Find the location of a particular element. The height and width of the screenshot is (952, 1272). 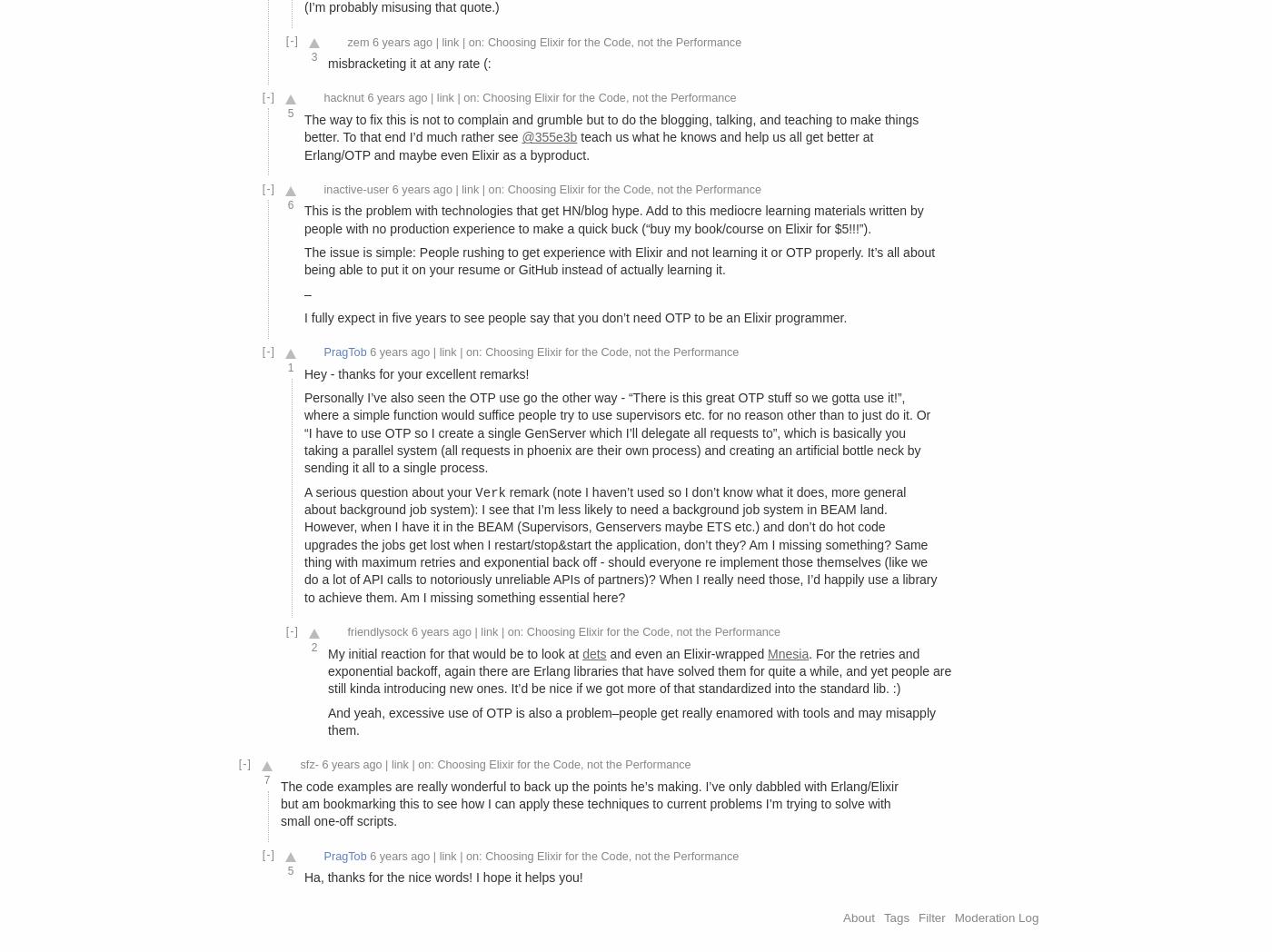

'And yeah, excessive use of OTP is also a problem–people get really enamored with tools and may misapply them.' is located at coordinates (631, 719).